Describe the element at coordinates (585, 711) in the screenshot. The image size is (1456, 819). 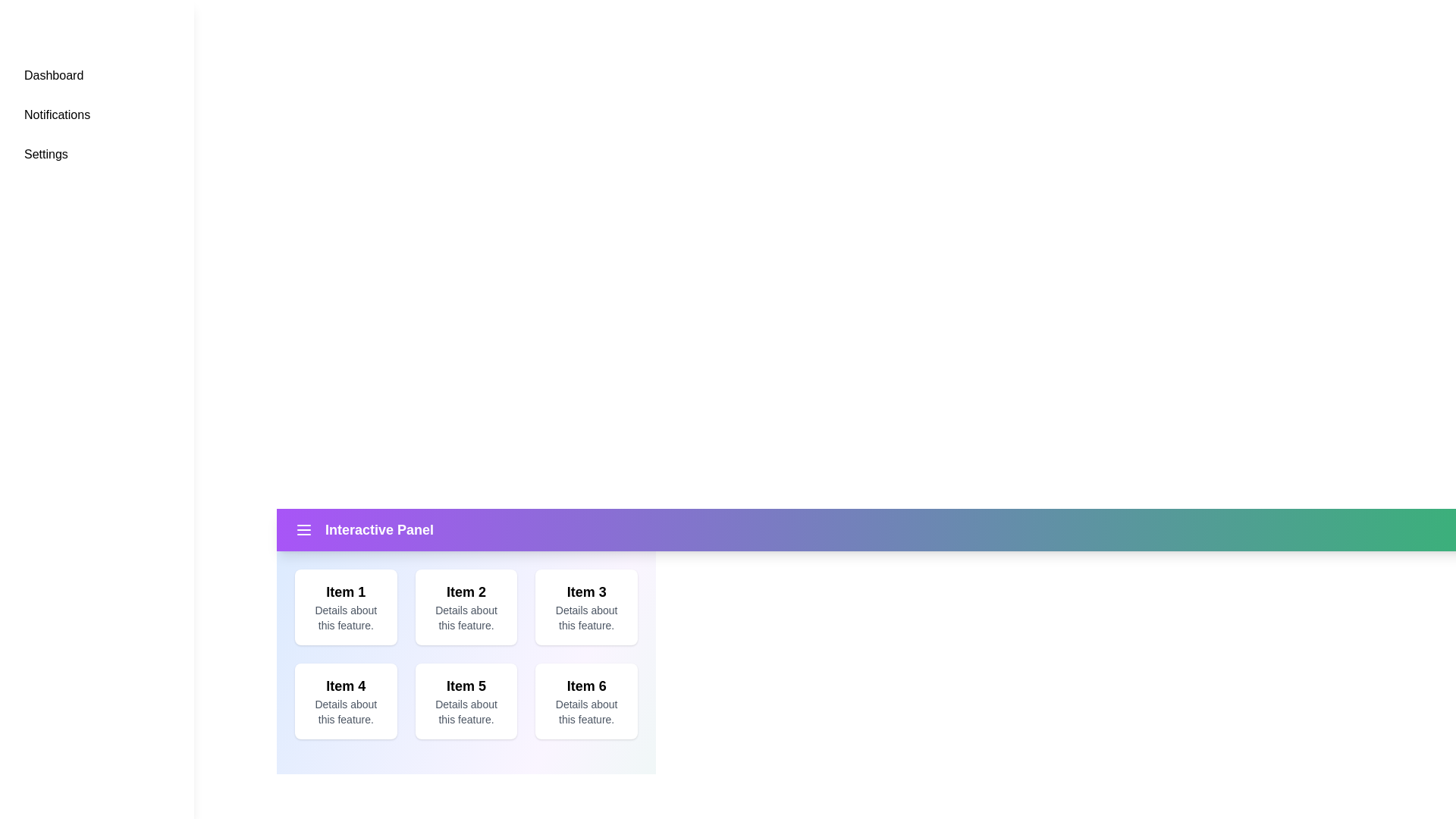
I see `text content of the Text Label displaying 'Details about this feature.' located under 'Item 6' in a card-like structure` at that location.